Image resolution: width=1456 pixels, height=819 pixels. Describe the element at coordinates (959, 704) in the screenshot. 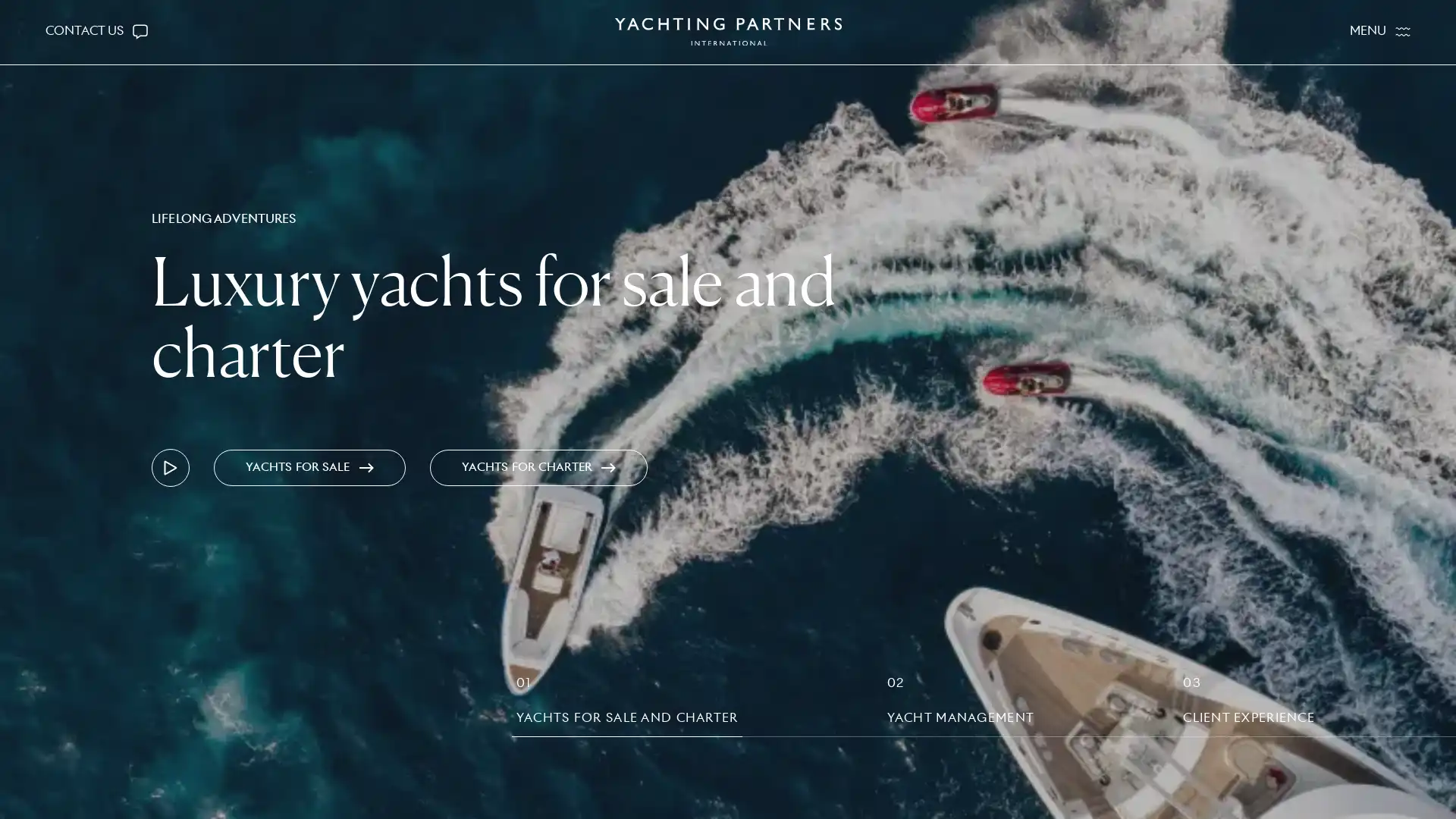

I see `02 YACHT MANAGEMENT` at that location.